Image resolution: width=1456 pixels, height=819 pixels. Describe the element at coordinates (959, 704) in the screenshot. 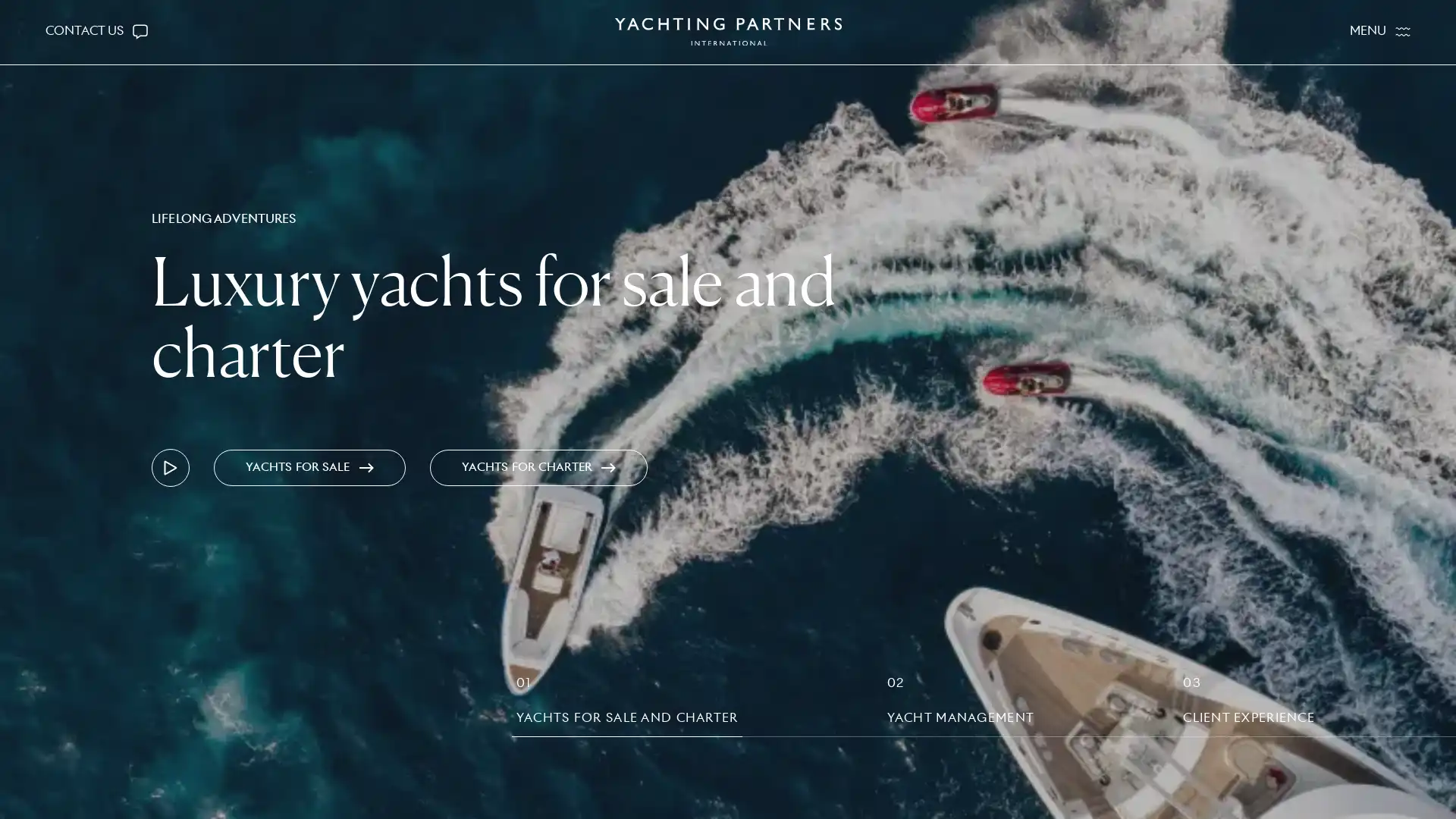

I see `02 YACHT MANAGEMENT` at that location.